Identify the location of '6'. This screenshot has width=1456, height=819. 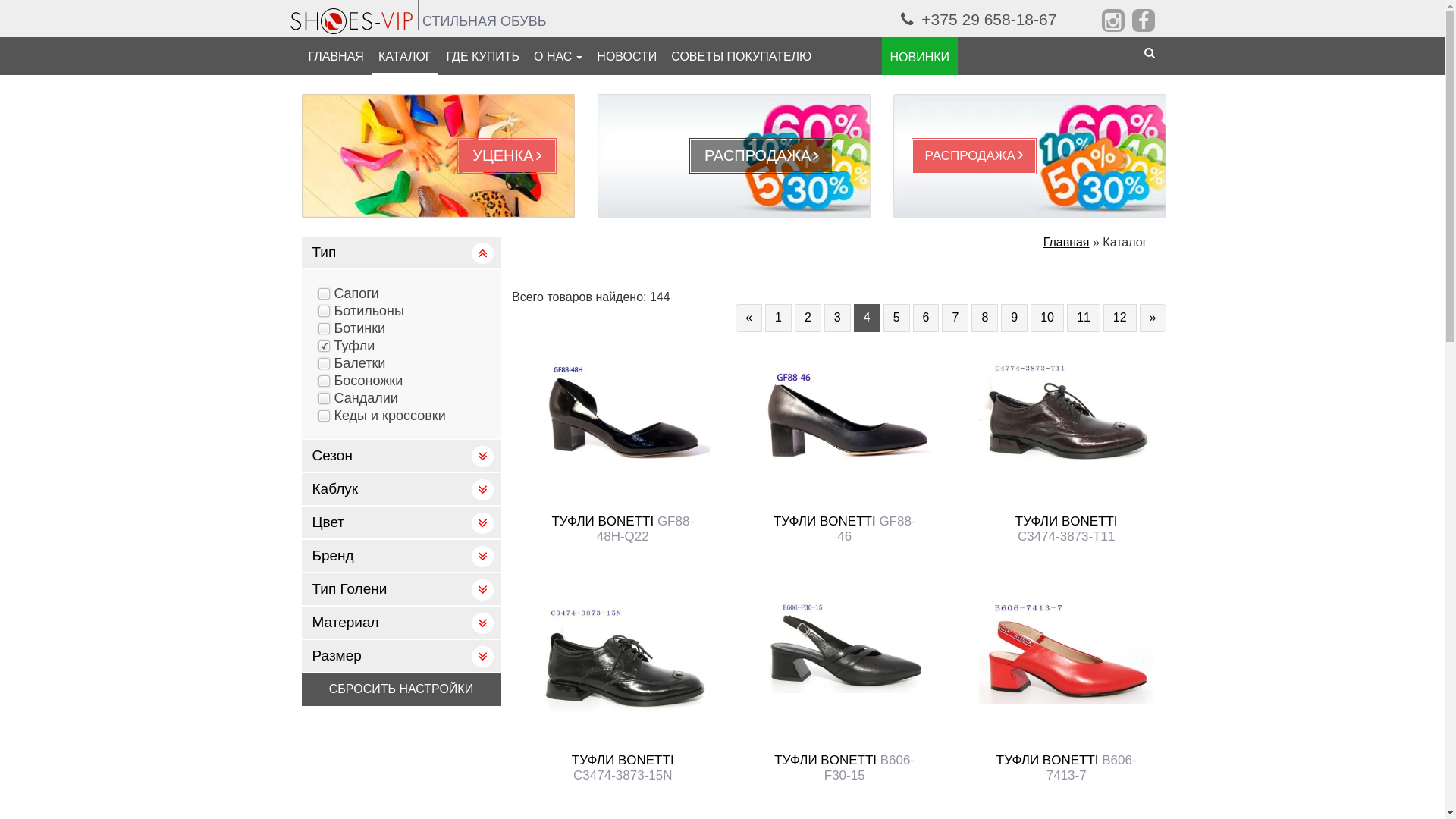
(925, 317).